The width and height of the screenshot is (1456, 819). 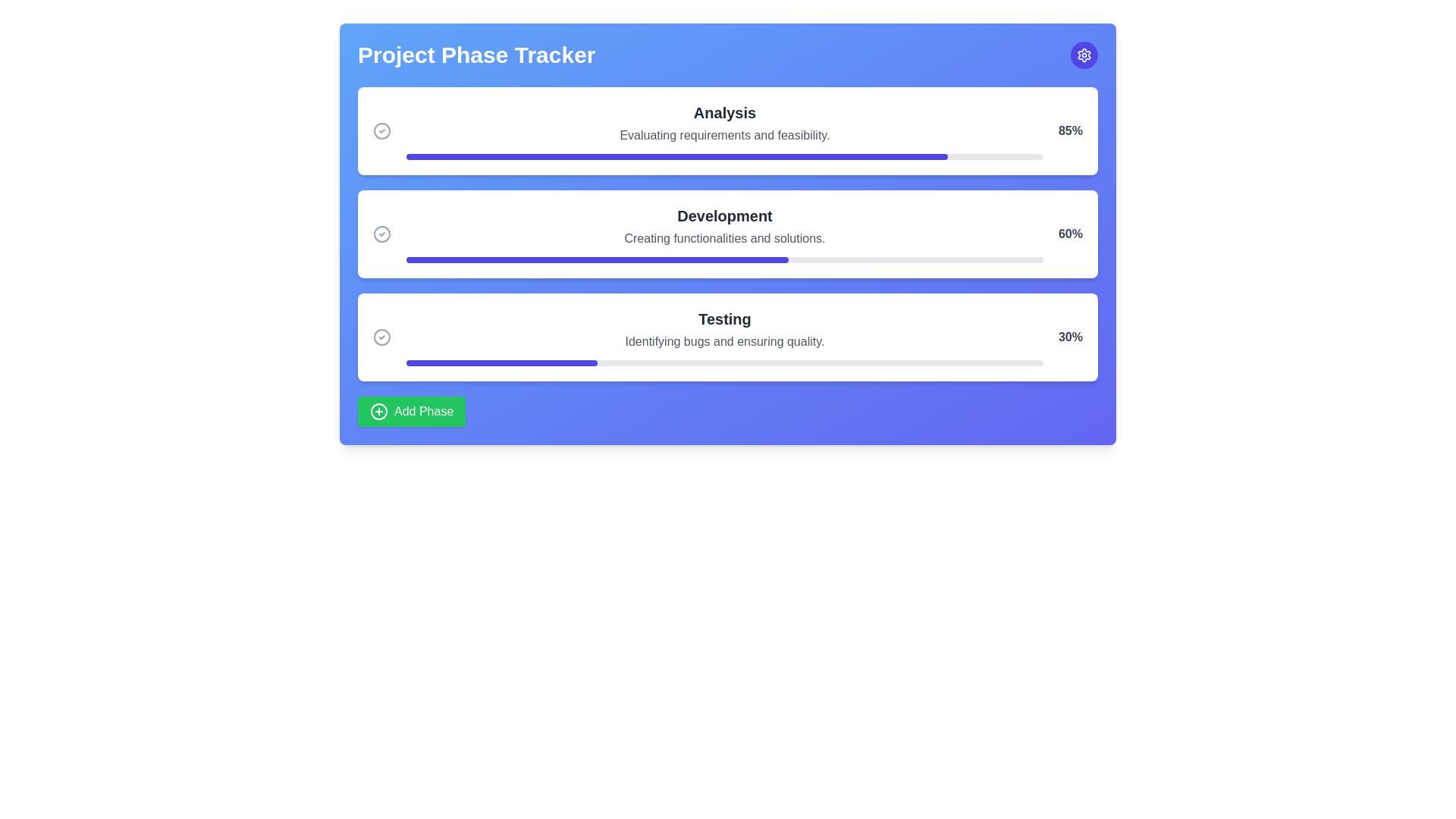 I want to click on the circular SVG element located in the 'Development' section of the progress tracker interface, which is aligned with a checklist icon, so click(x=382, y=234).